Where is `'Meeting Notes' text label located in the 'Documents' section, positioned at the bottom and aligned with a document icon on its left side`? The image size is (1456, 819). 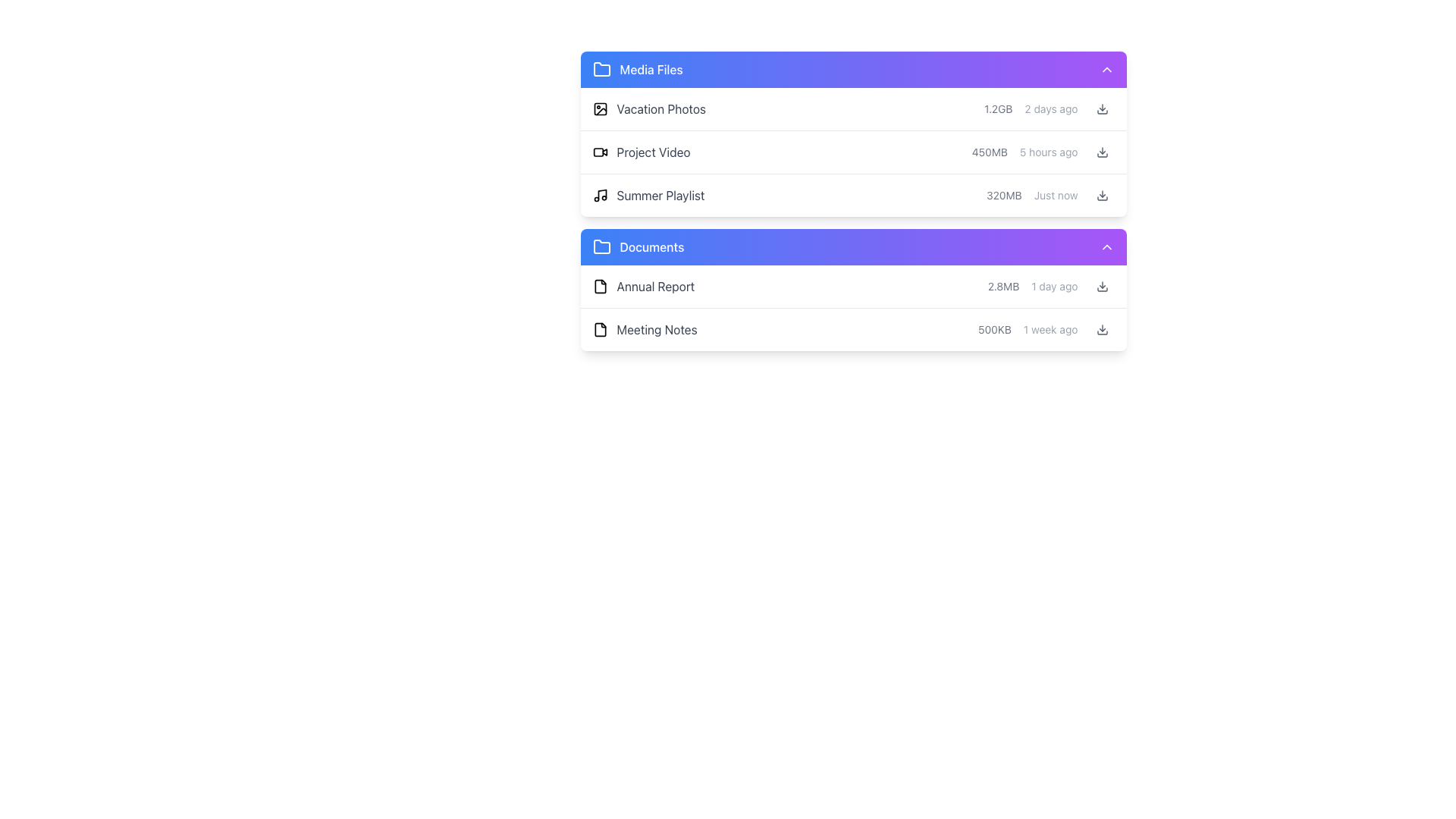
'Meeting Notes' text label located in the 'Documents' section, positioned at the bottom and aligned with a document icon on its left side is located at coordinates (657, 329).